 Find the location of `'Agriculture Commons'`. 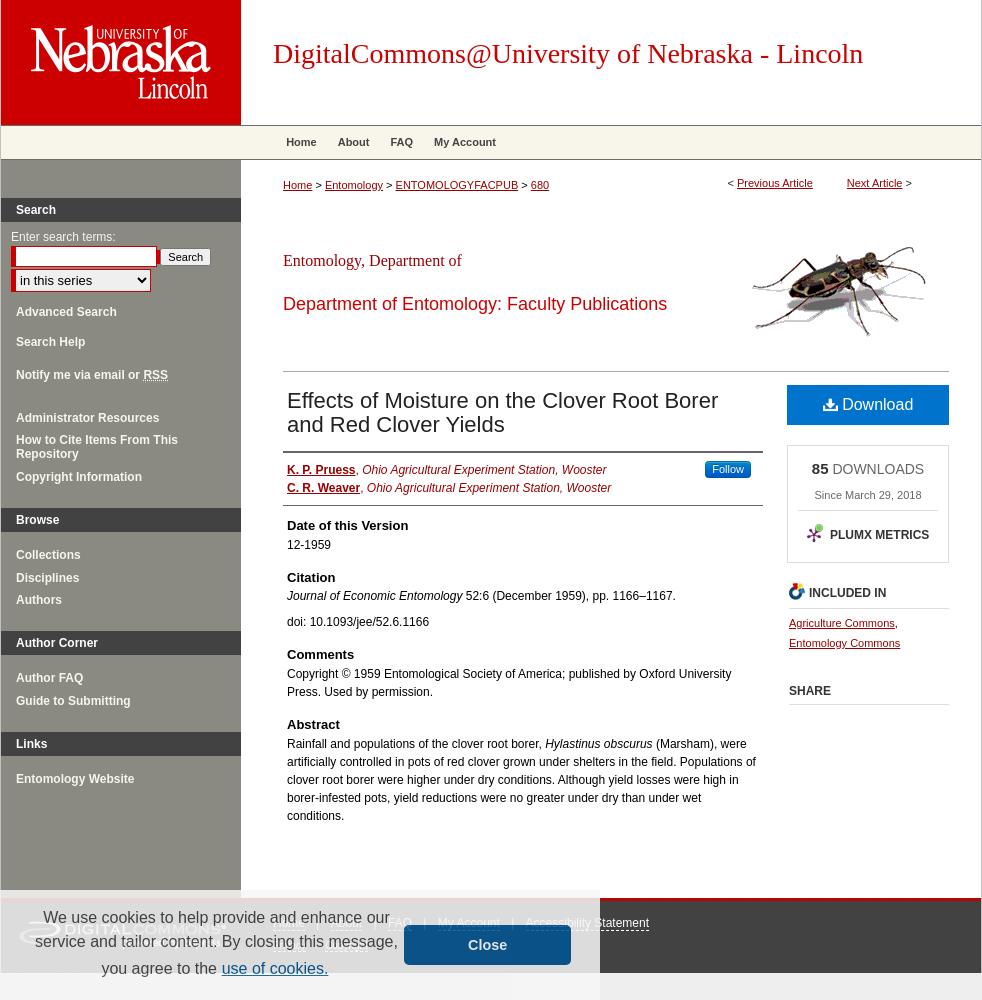

'Agriculture Commons' is located at coordinates (841, 621).